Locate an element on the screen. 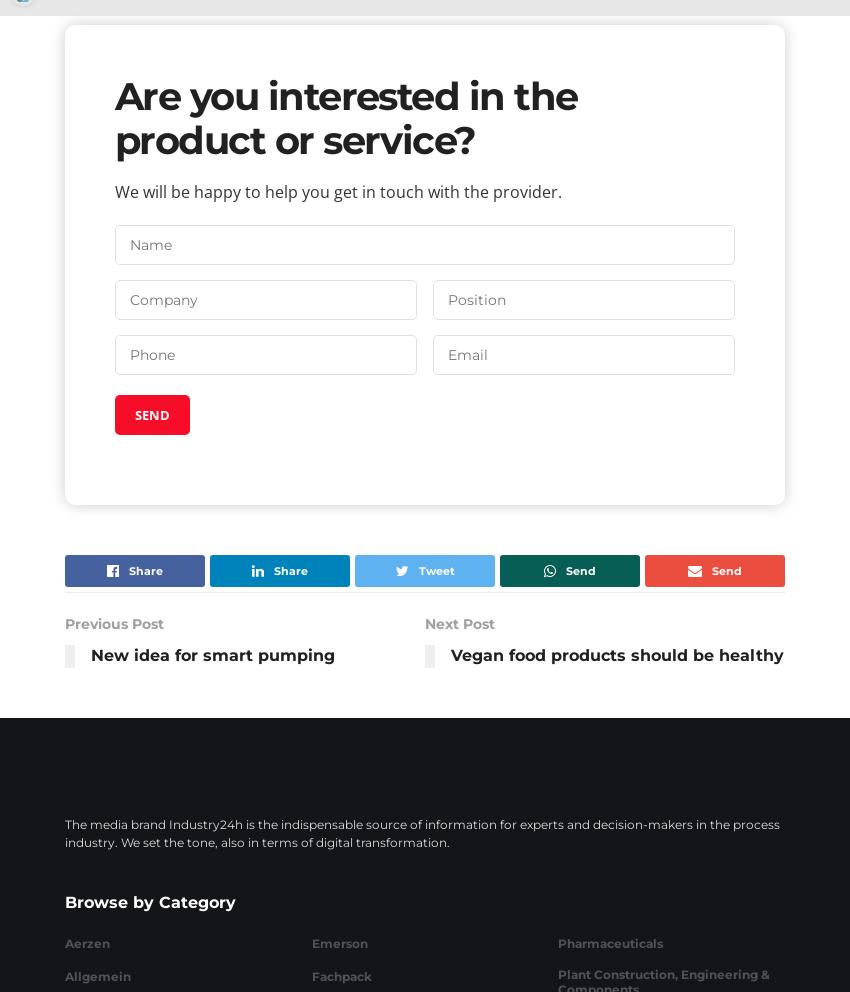 This screenshot has width=850, height=992. 'Are you interested in the product or service?' is located at coordinates (345, 117).